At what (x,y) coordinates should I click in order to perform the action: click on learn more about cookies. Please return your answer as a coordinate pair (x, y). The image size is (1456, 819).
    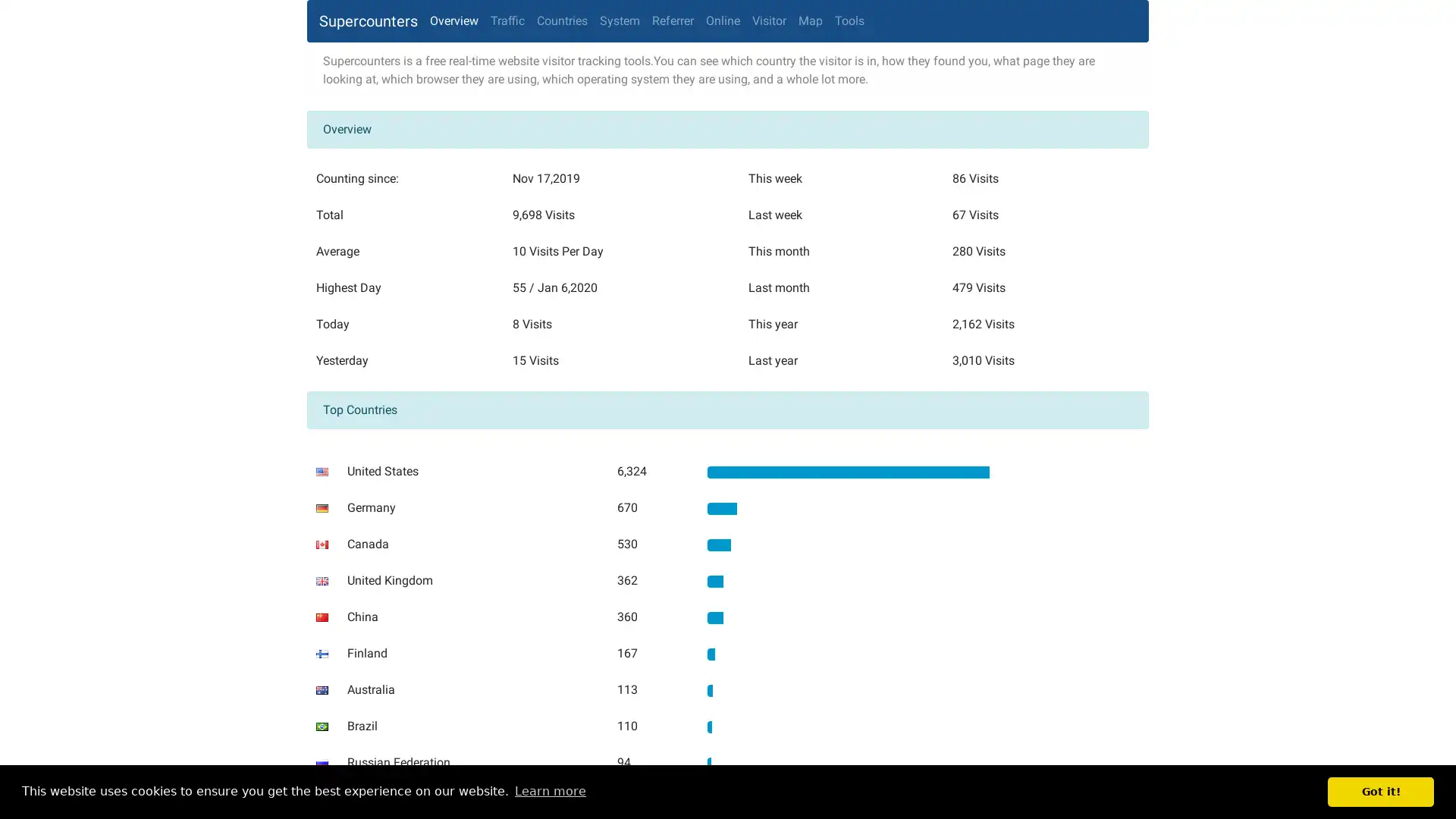
    Looking at the image, I should click on (549, 791).